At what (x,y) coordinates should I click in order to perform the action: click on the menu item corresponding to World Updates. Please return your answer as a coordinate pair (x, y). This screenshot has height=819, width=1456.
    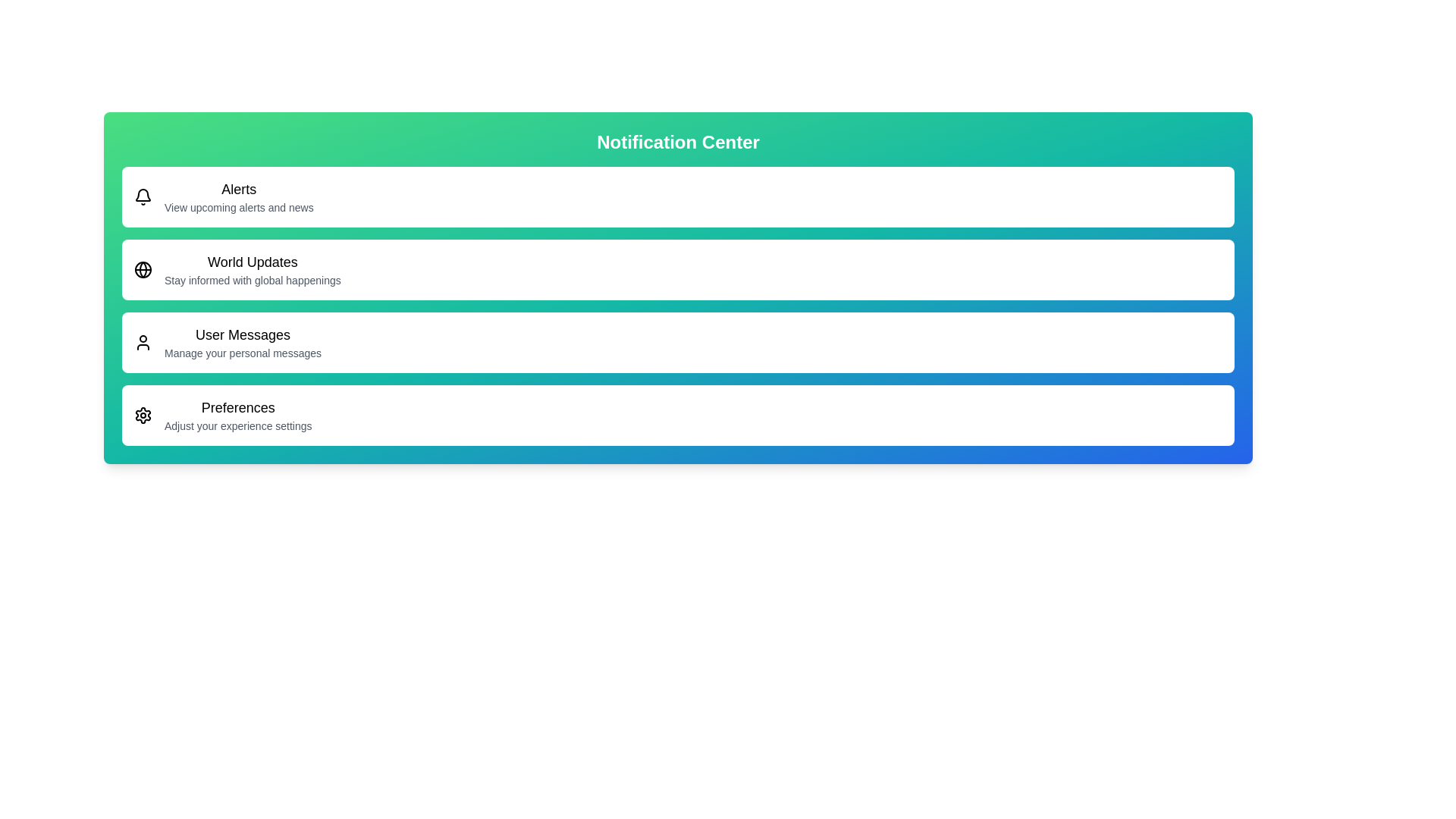
    Looking at the image, I should click on (677, 268).